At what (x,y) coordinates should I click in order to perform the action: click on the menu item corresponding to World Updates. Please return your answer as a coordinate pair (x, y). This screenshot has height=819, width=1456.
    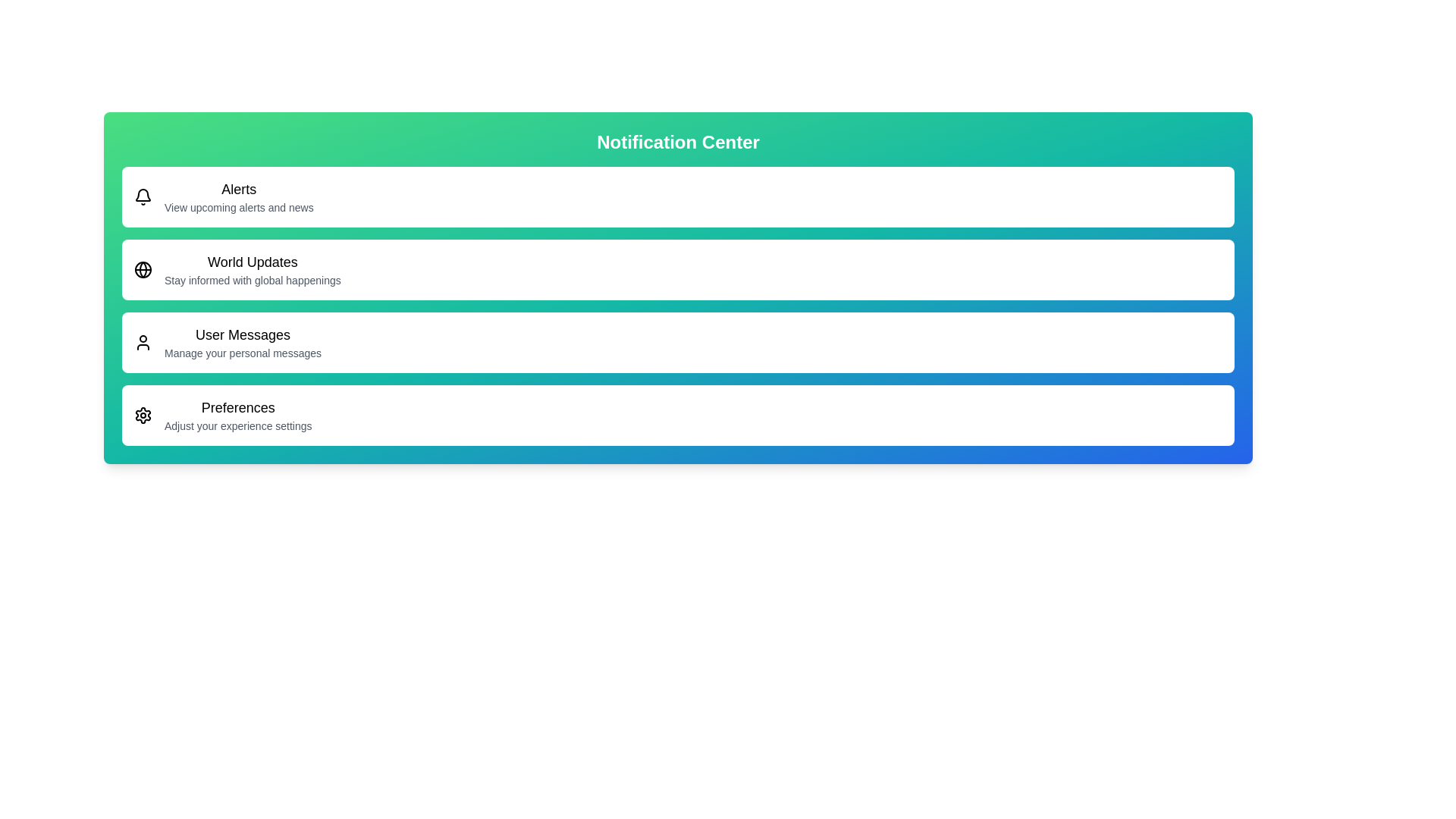
    Looking at the image, I should click on (677, 268).